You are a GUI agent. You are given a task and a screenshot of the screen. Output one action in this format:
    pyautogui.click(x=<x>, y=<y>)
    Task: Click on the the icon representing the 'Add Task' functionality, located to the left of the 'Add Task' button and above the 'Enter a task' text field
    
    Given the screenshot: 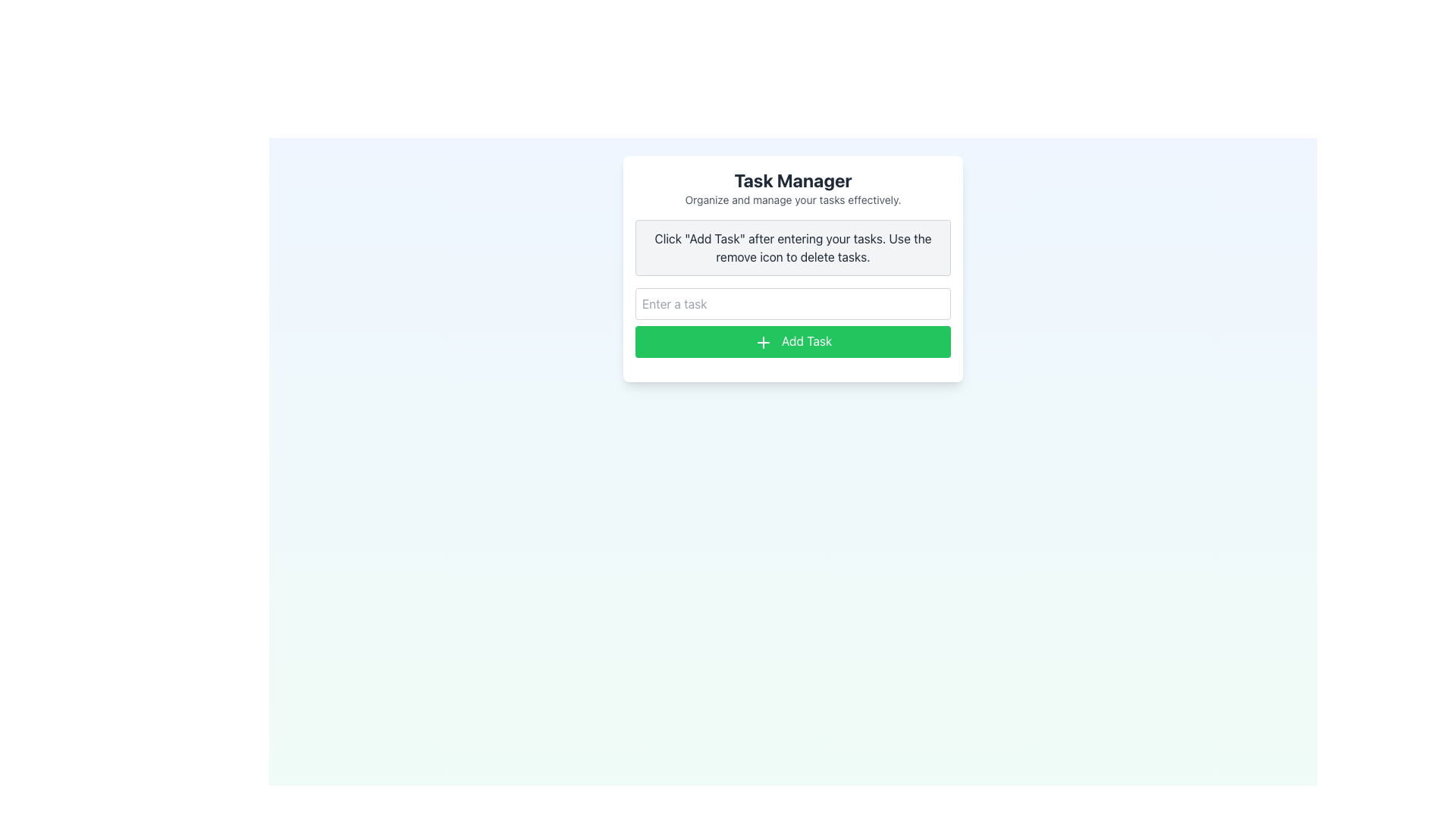 What is the action you would take?
    pyautogui.click(x=763, y=342)
    